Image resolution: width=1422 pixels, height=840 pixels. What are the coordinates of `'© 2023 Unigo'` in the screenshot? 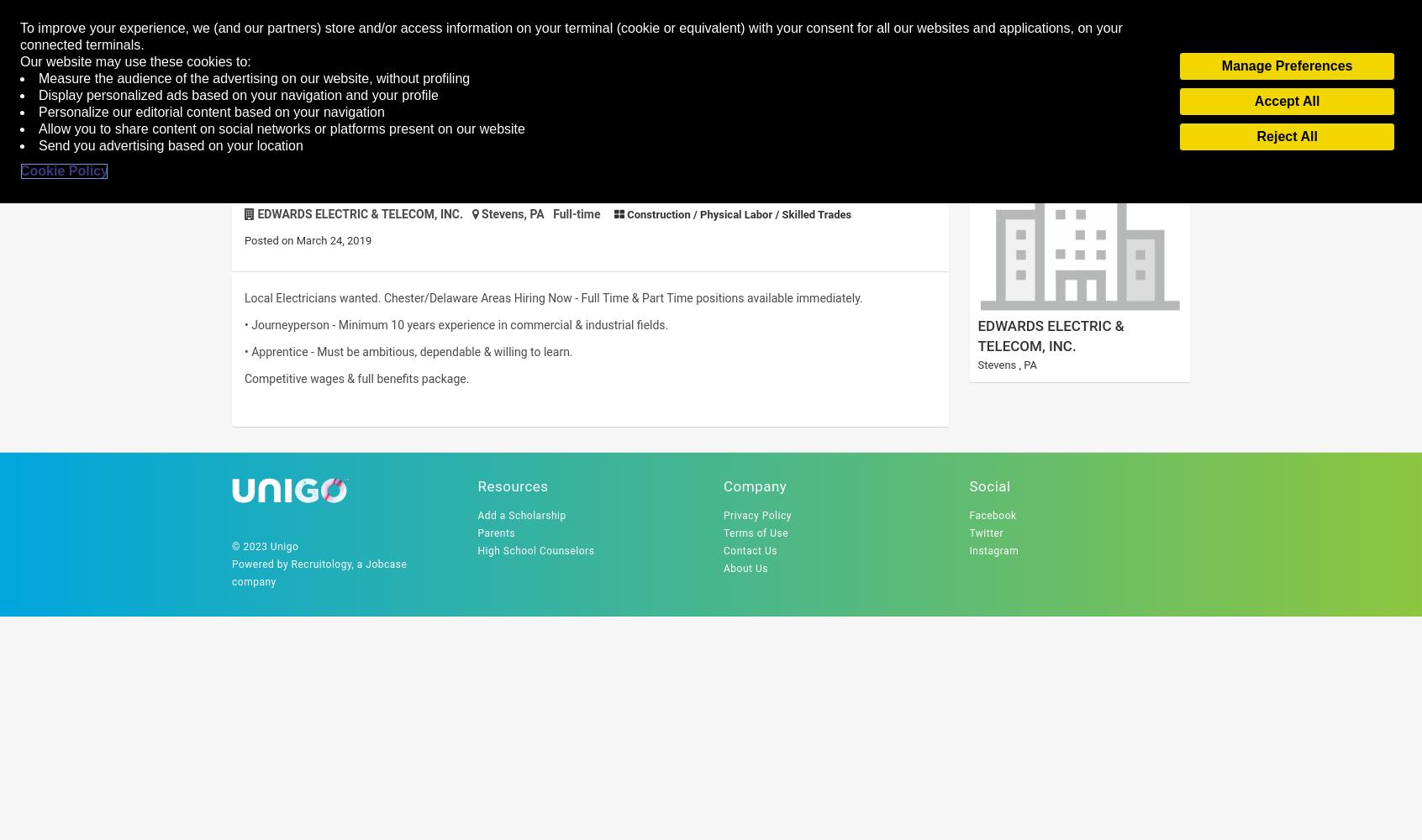 It's located at (264, 547).